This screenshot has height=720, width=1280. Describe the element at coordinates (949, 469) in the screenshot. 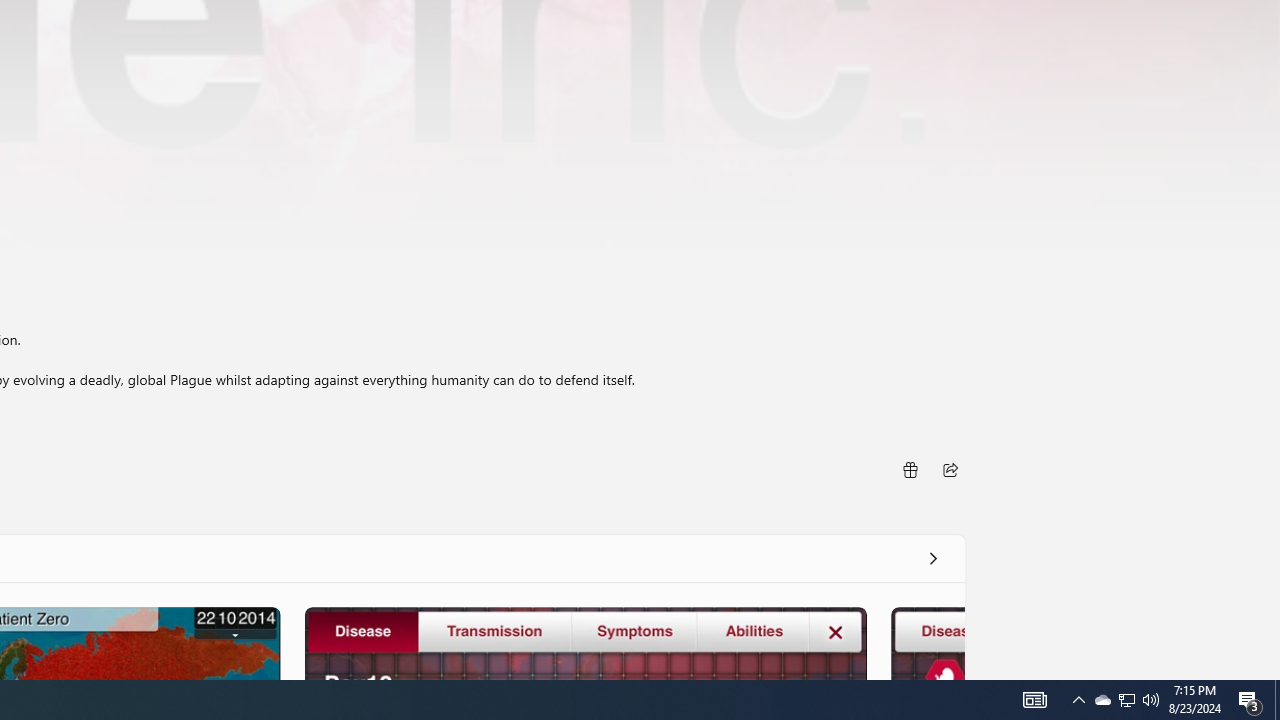

I see `'Share'` at that location.